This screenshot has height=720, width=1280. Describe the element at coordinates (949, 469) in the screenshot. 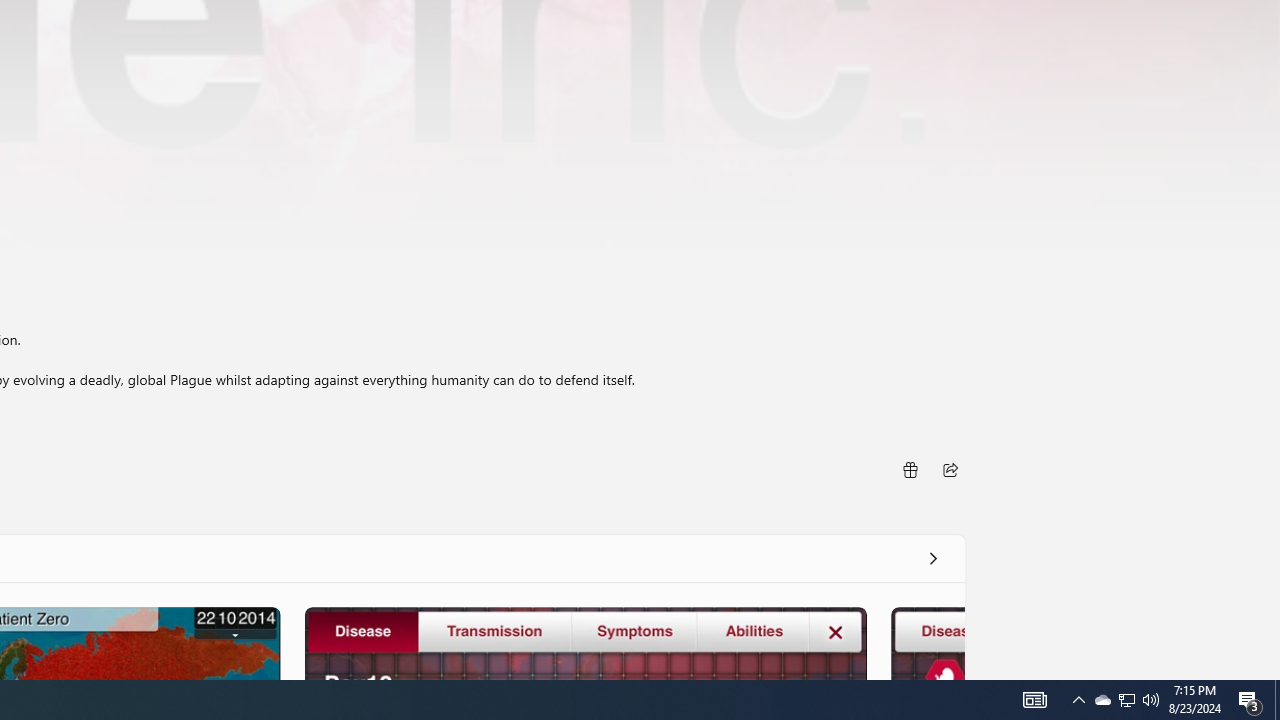

I see `'Share'` at that location.